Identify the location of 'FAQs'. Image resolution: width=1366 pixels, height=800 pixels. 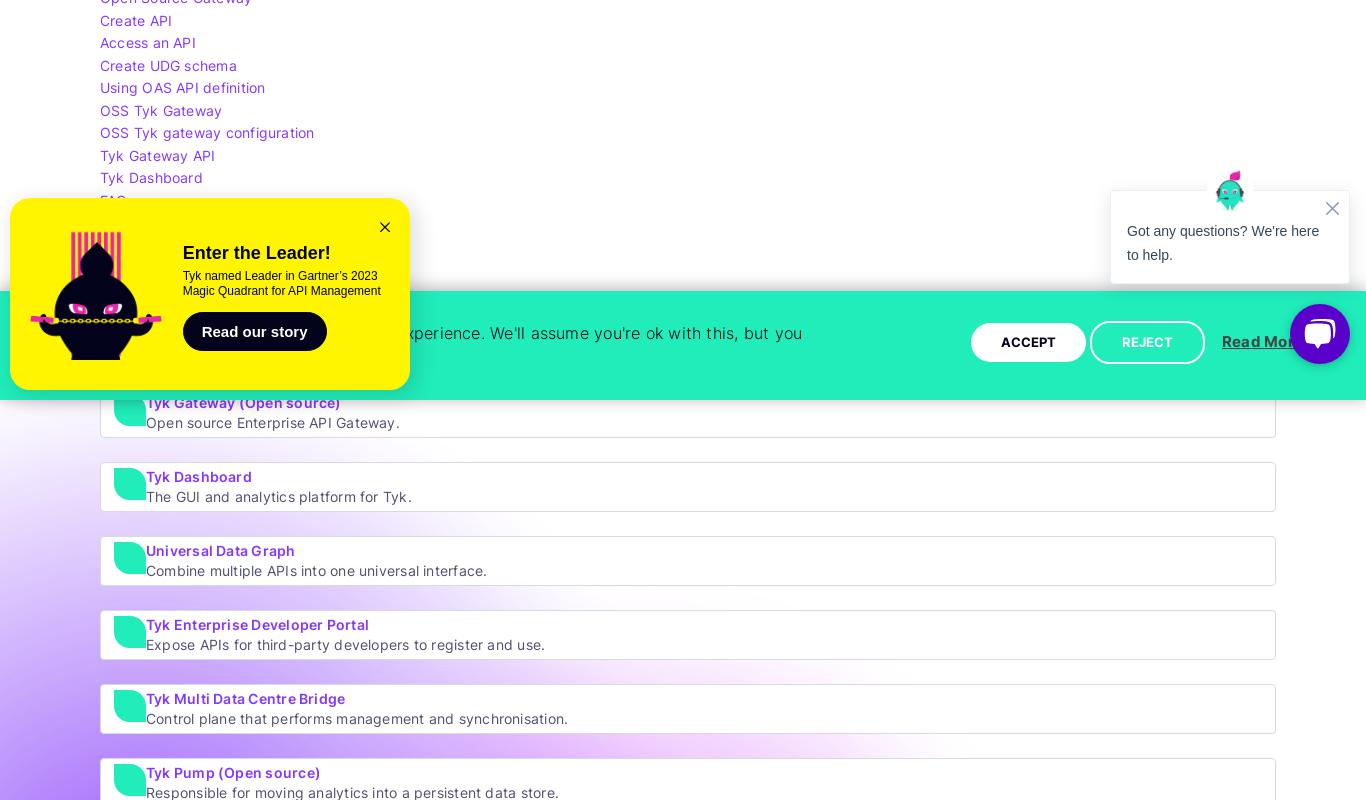
(99, 198).